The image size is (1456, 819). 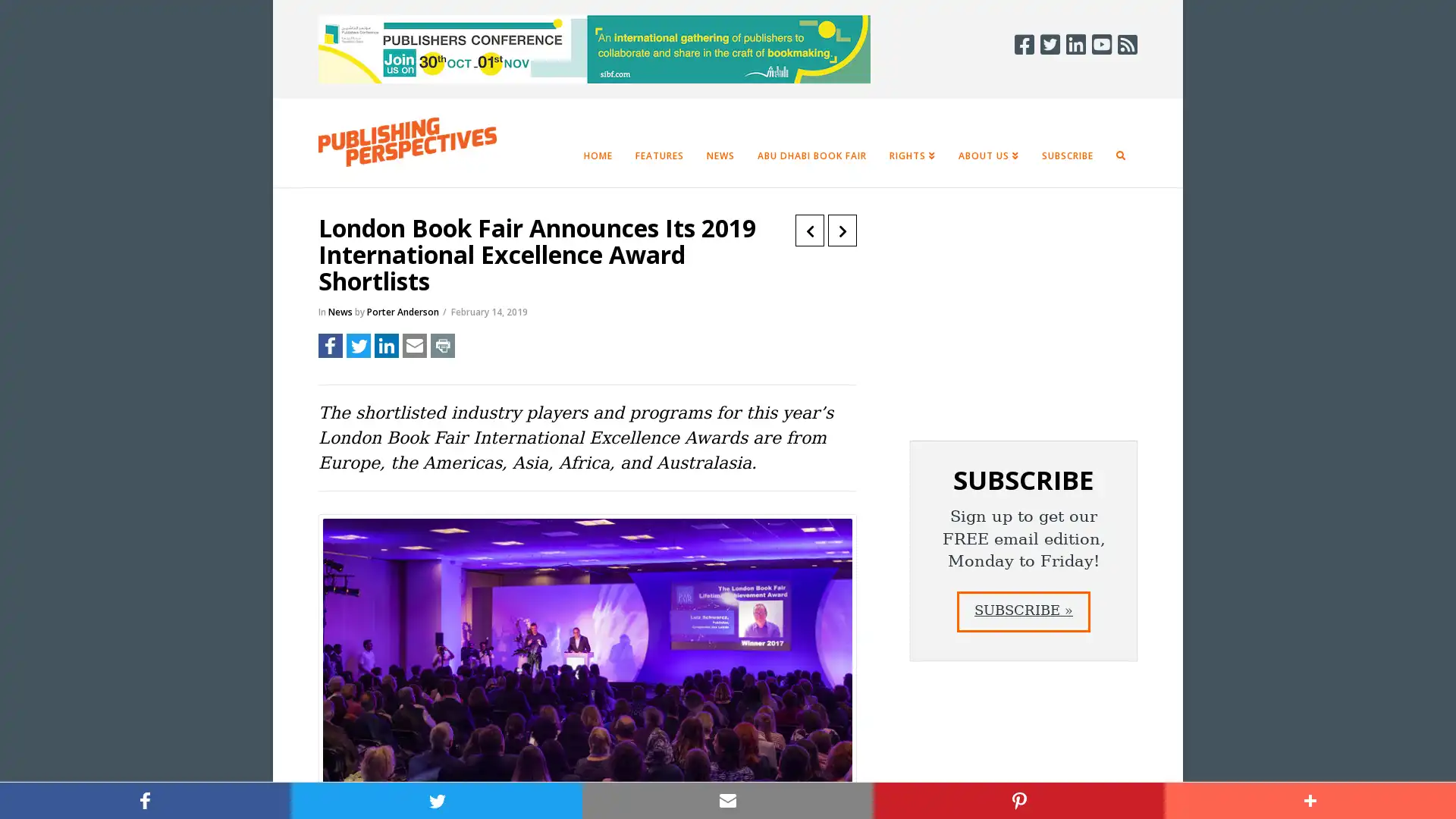 I want to click on Share to Print, so click(x=442, y=345).